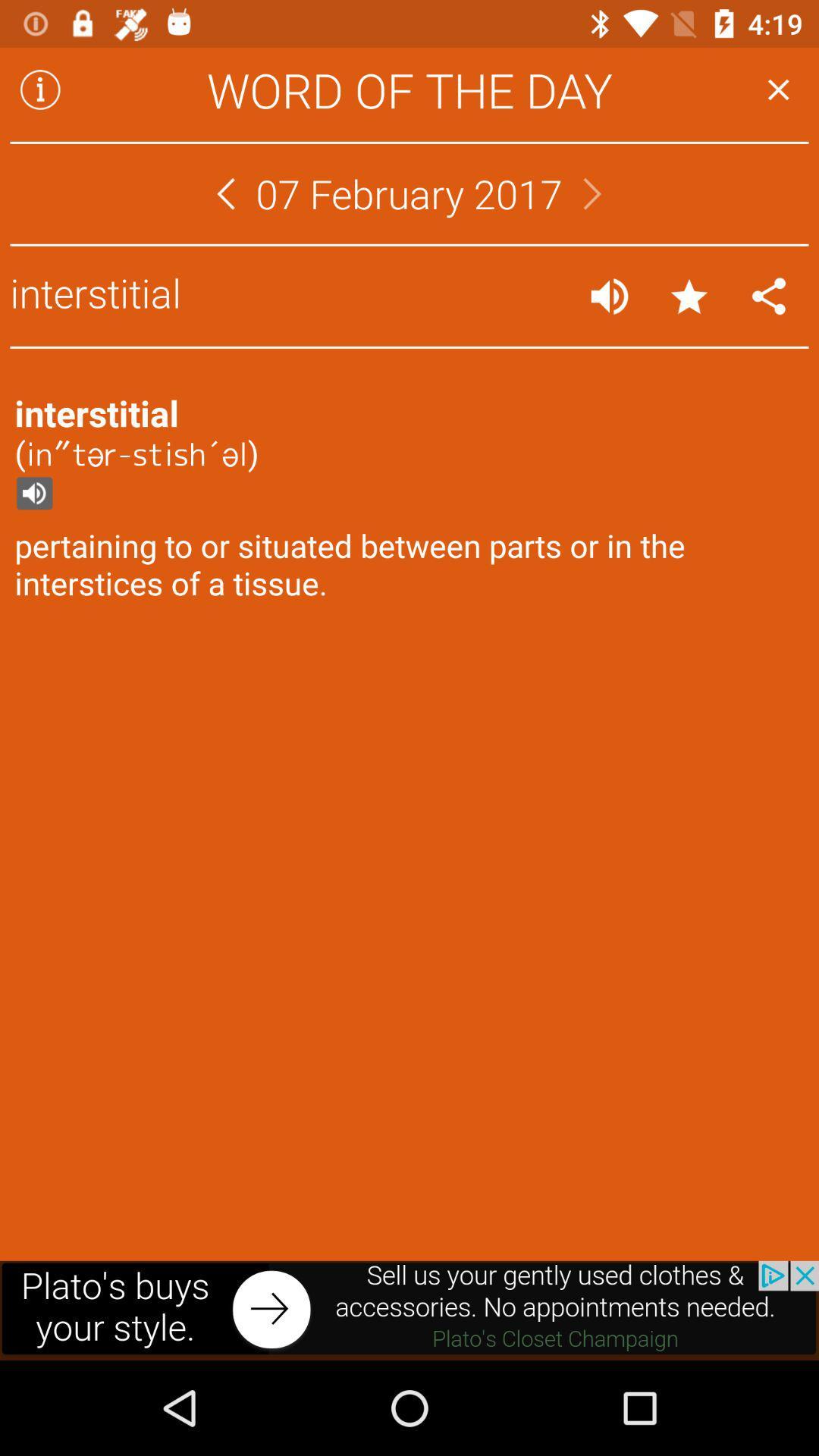  I want to click on move to different day, so click(225, 193).